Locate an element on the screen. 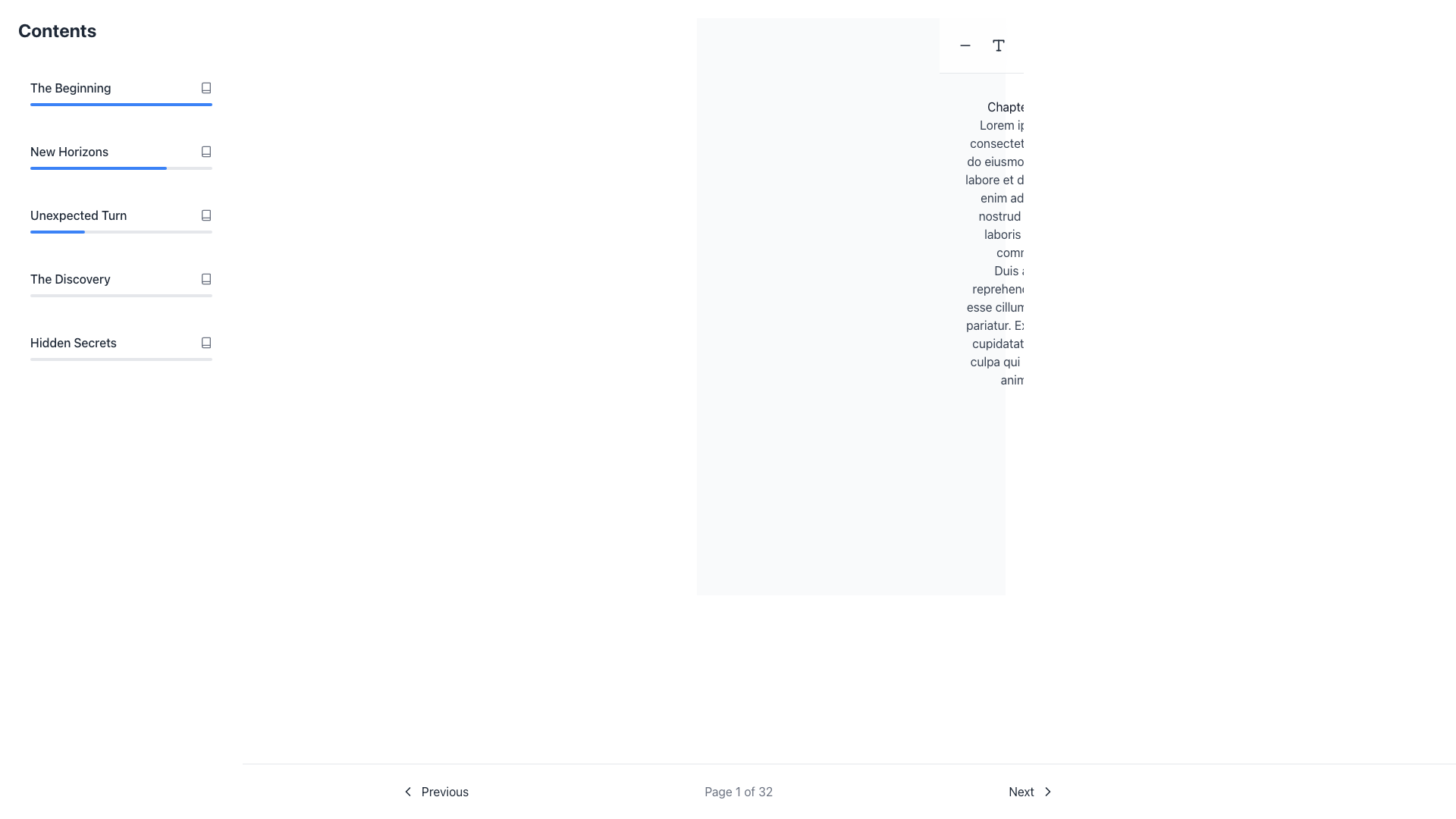 The height and width of the screenshot is (819, 1456). the interactive vector graphic icon located to the right of the 'Hidden Secrets' text in the left-side navigation menu is located at coordinates (206, 342).